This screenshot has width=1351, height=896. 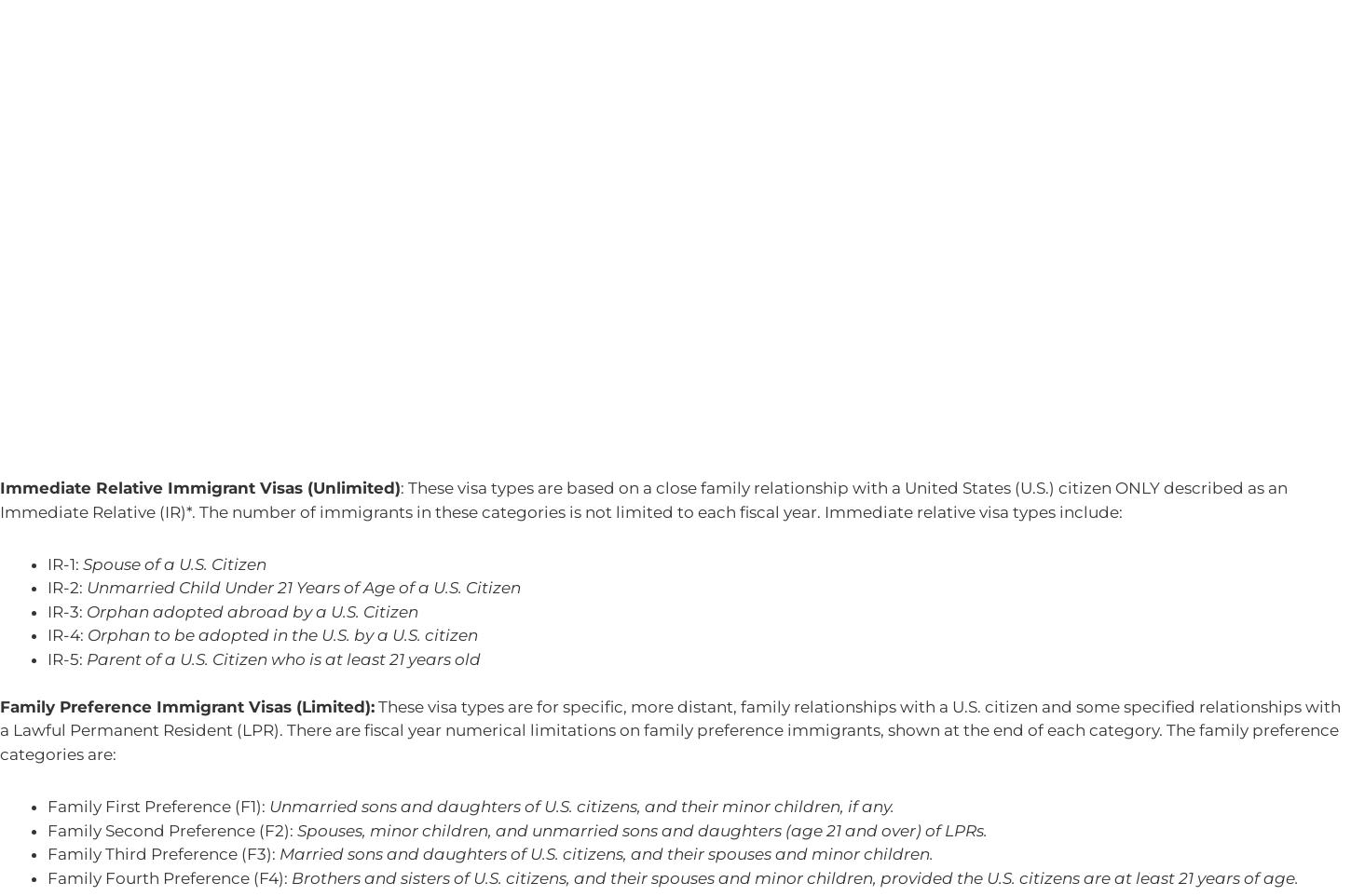 What do you see at coordinates (83, 563) in the screenshot?
I see `'Spouse of a U.S. Citizen'` at bounding box center [83, 563].